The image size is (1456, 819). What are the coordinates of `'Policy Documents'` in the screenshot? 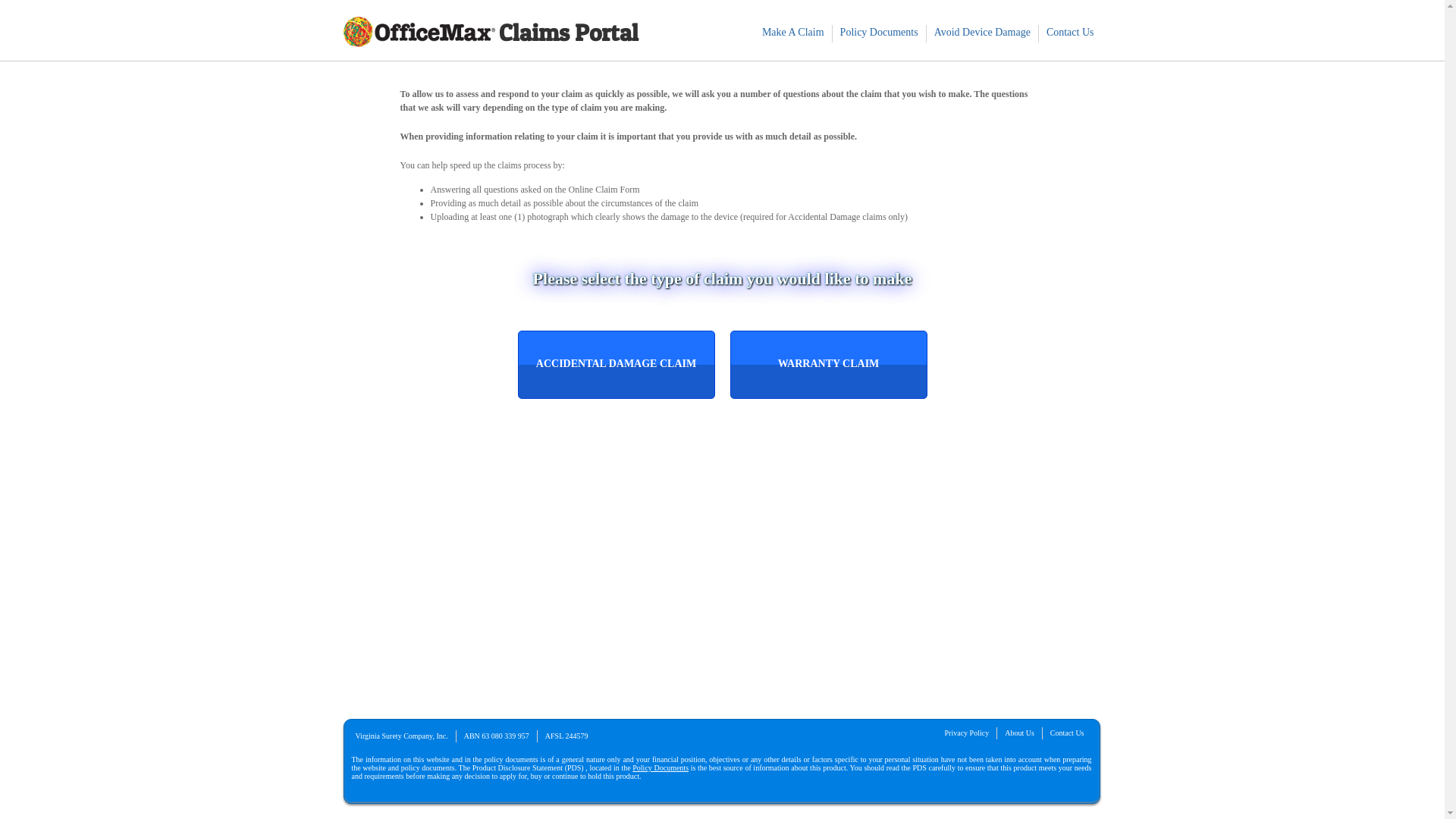 It's located at (879, 32).